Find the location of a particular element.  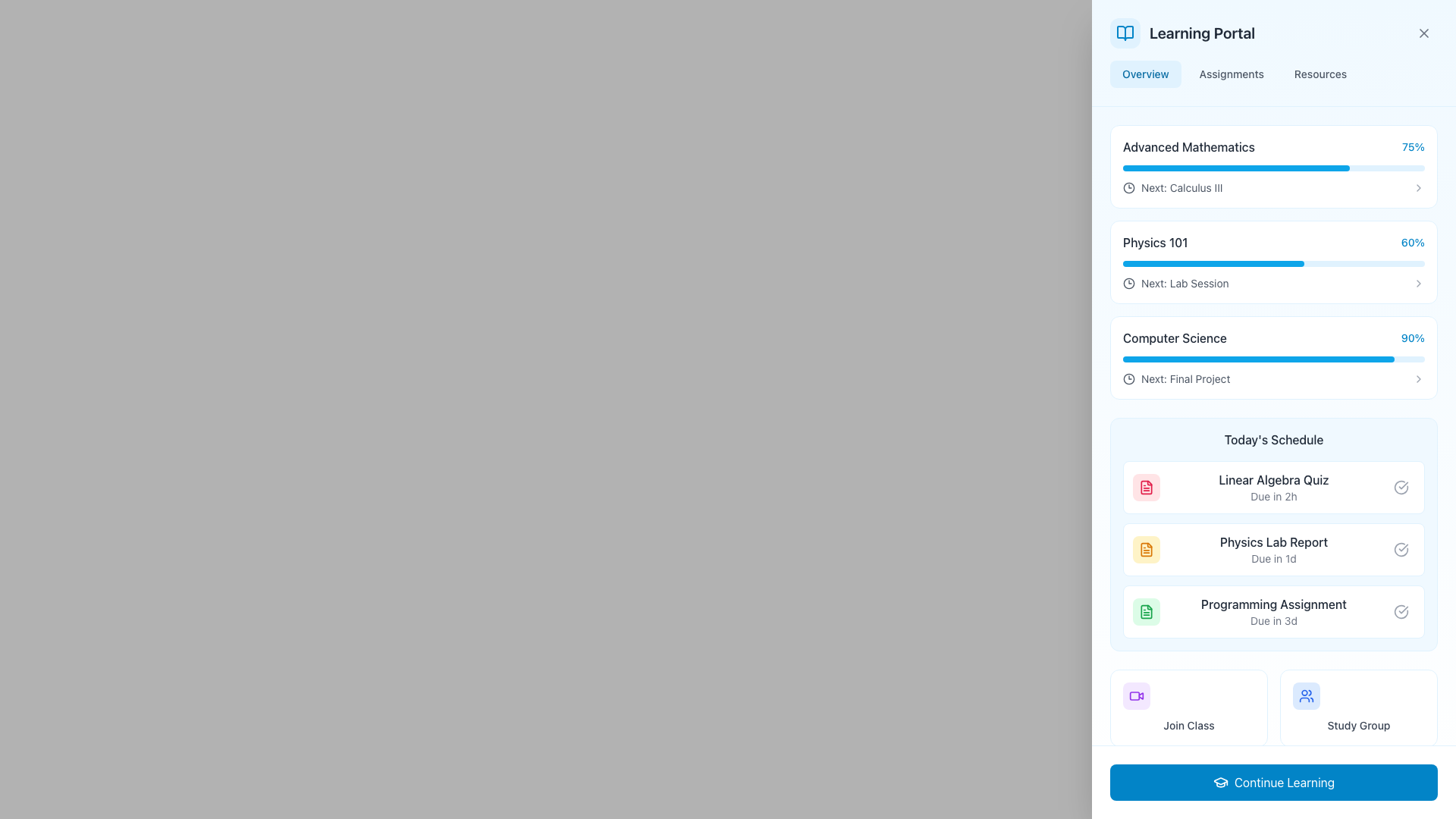

the decorative icon located at the top-left corner of the sidebar, adjacent to the title text 'Learning Portal' is located at coordinates (1125, 33).